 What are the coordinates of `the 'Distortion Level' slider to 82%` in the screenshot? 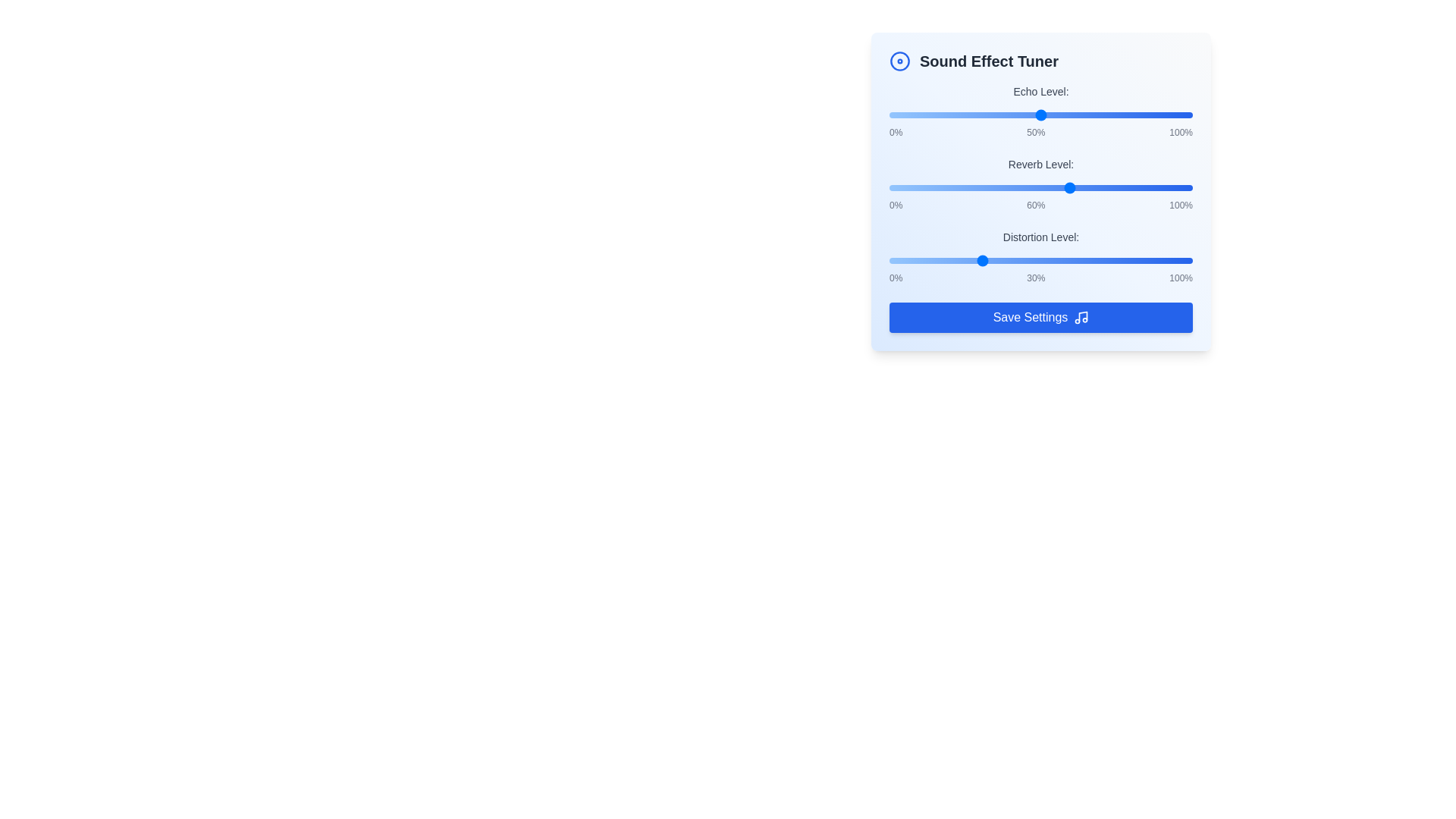 It's located at (1138, 259).